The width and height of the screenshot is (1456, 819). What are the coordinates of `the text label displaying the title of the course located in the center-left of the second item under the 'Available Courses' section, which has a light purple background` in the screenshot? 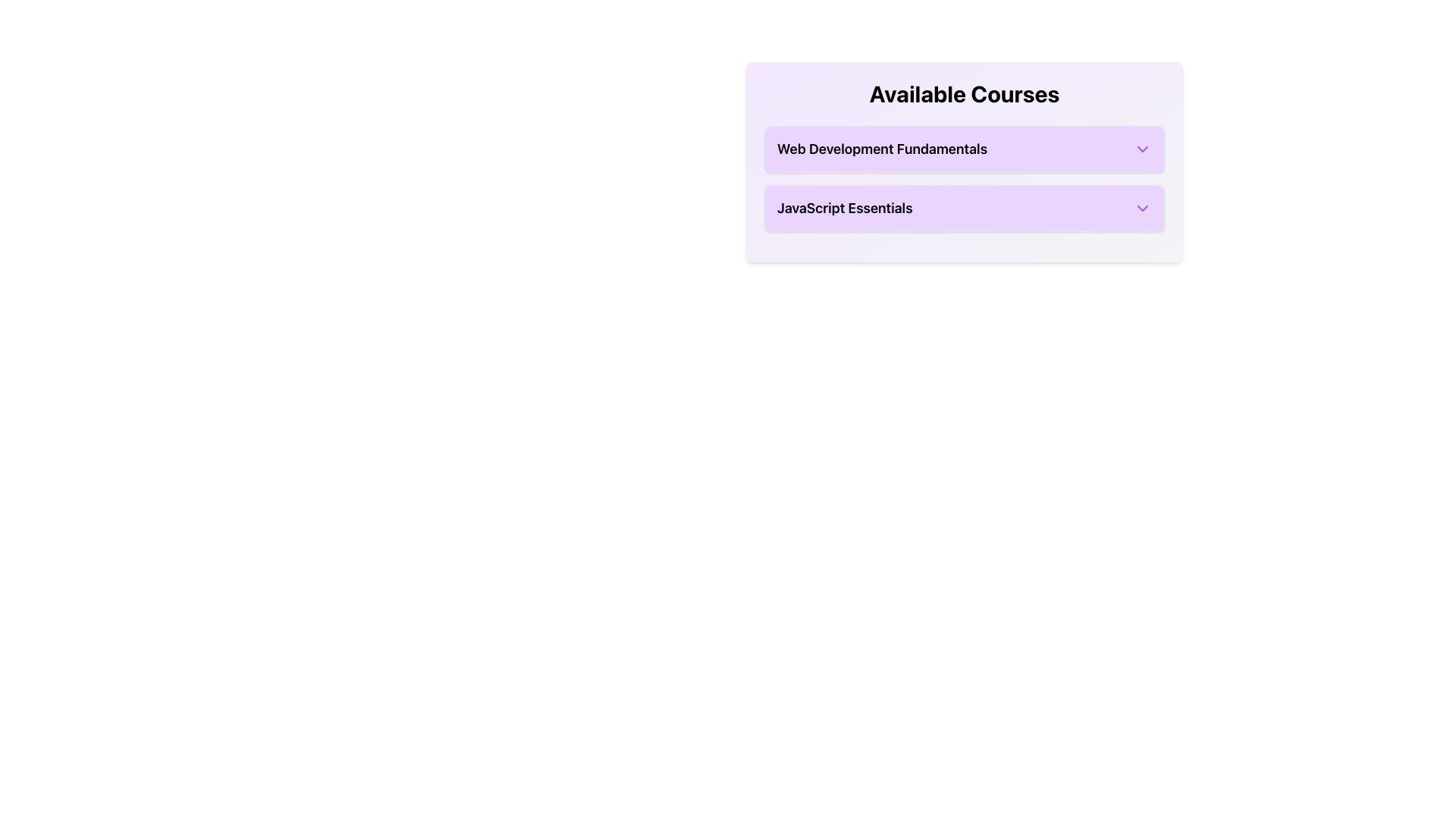 It's located at (844, 208).